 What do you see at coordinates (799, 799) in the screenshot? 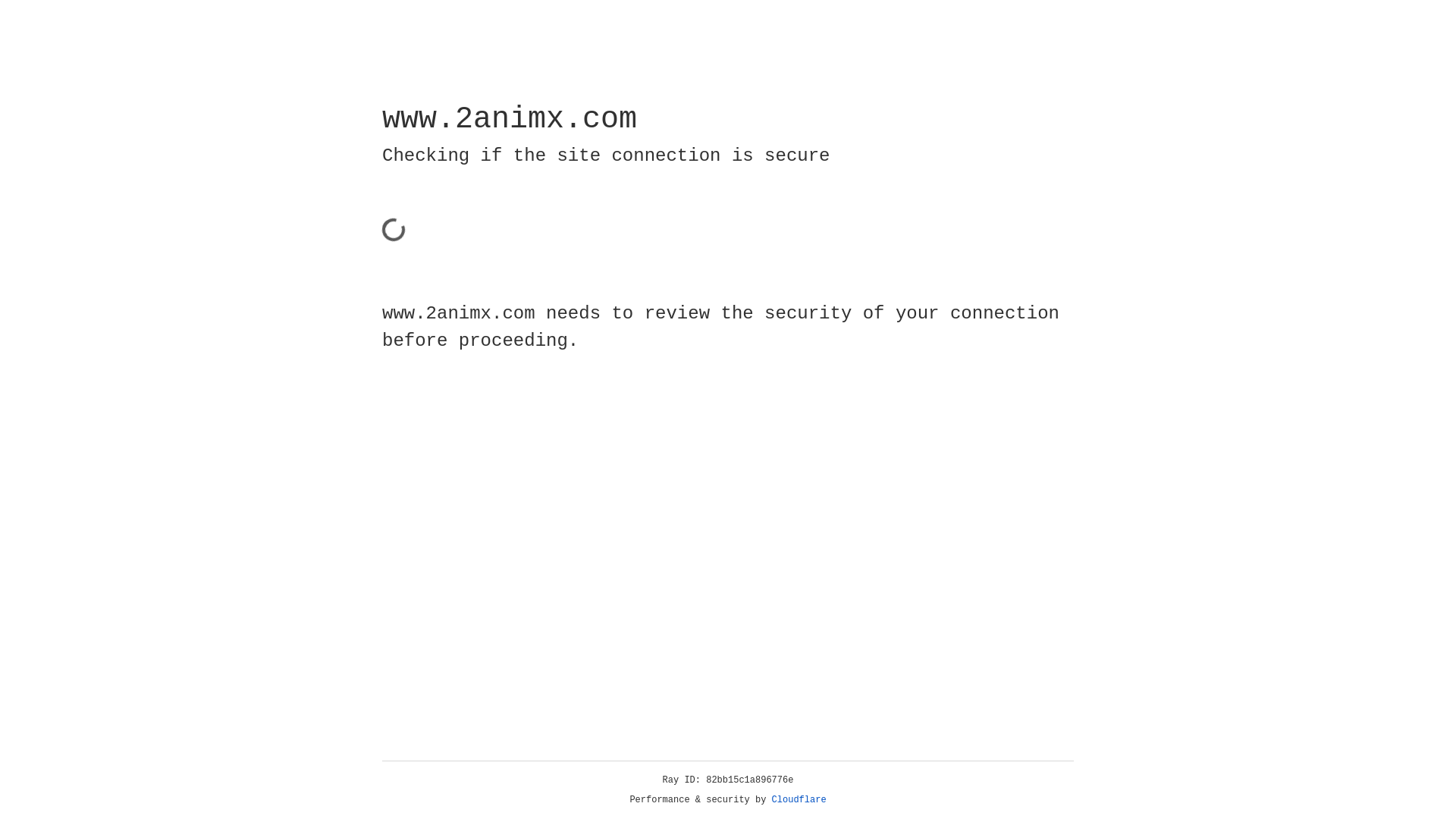
I see `'Cloudflare'` at bounding box center [799, 799].